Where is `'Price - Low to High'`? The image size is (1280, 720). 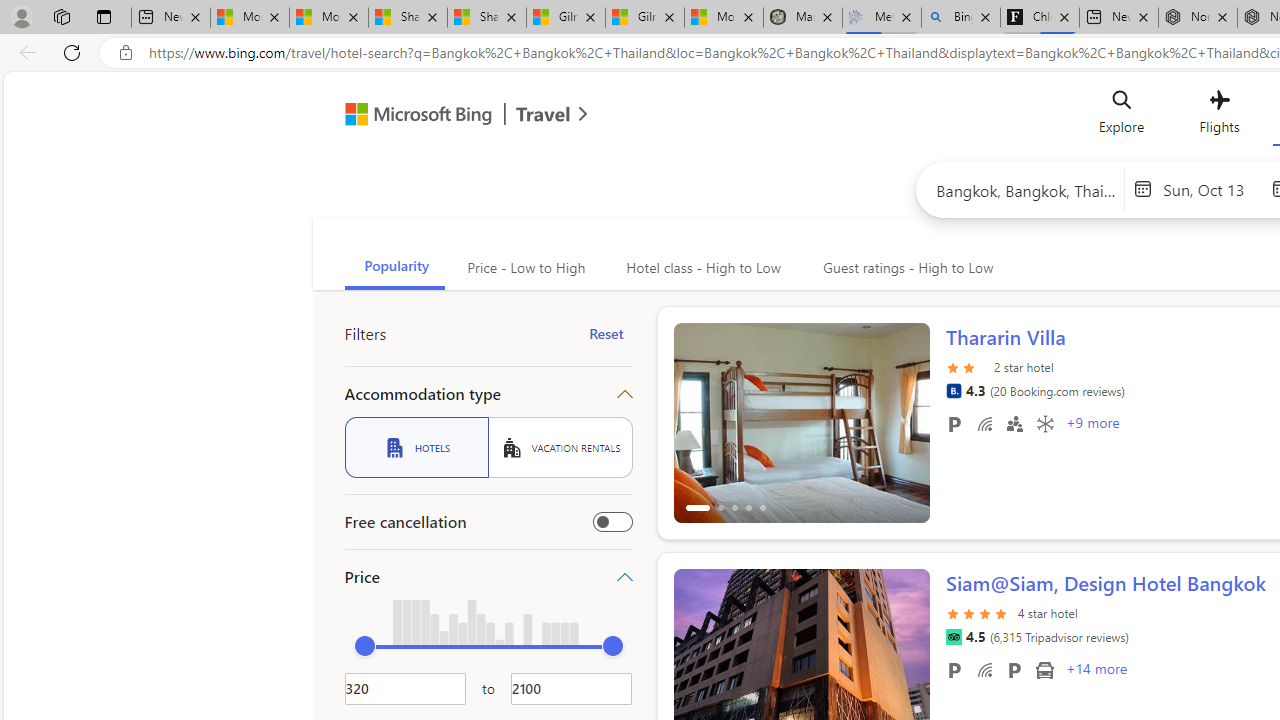
'Price - Low to High' is located at coordinates (524, 267).